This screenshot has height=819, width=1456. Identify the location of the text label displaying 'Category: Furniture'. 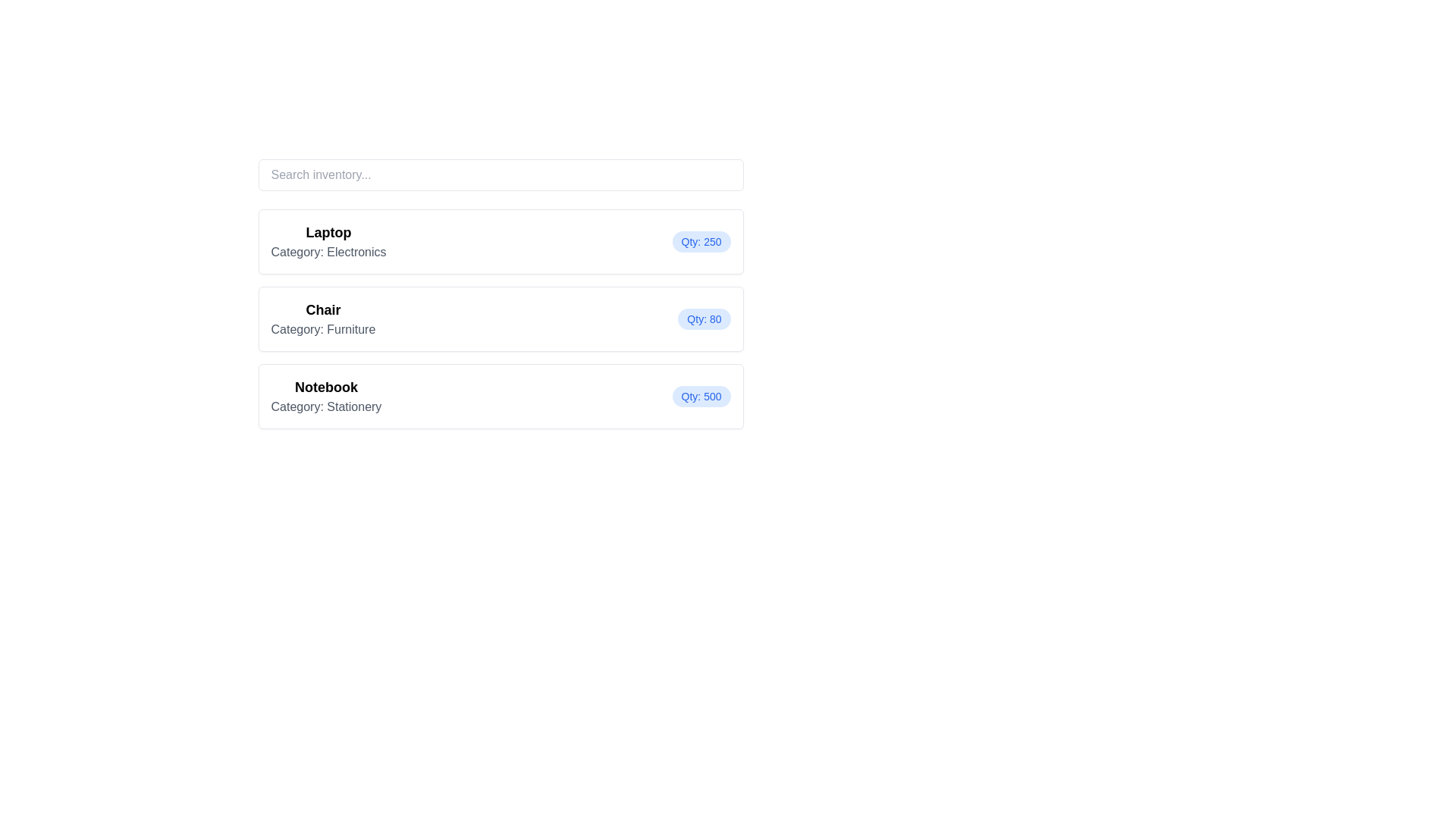
(322, 329).